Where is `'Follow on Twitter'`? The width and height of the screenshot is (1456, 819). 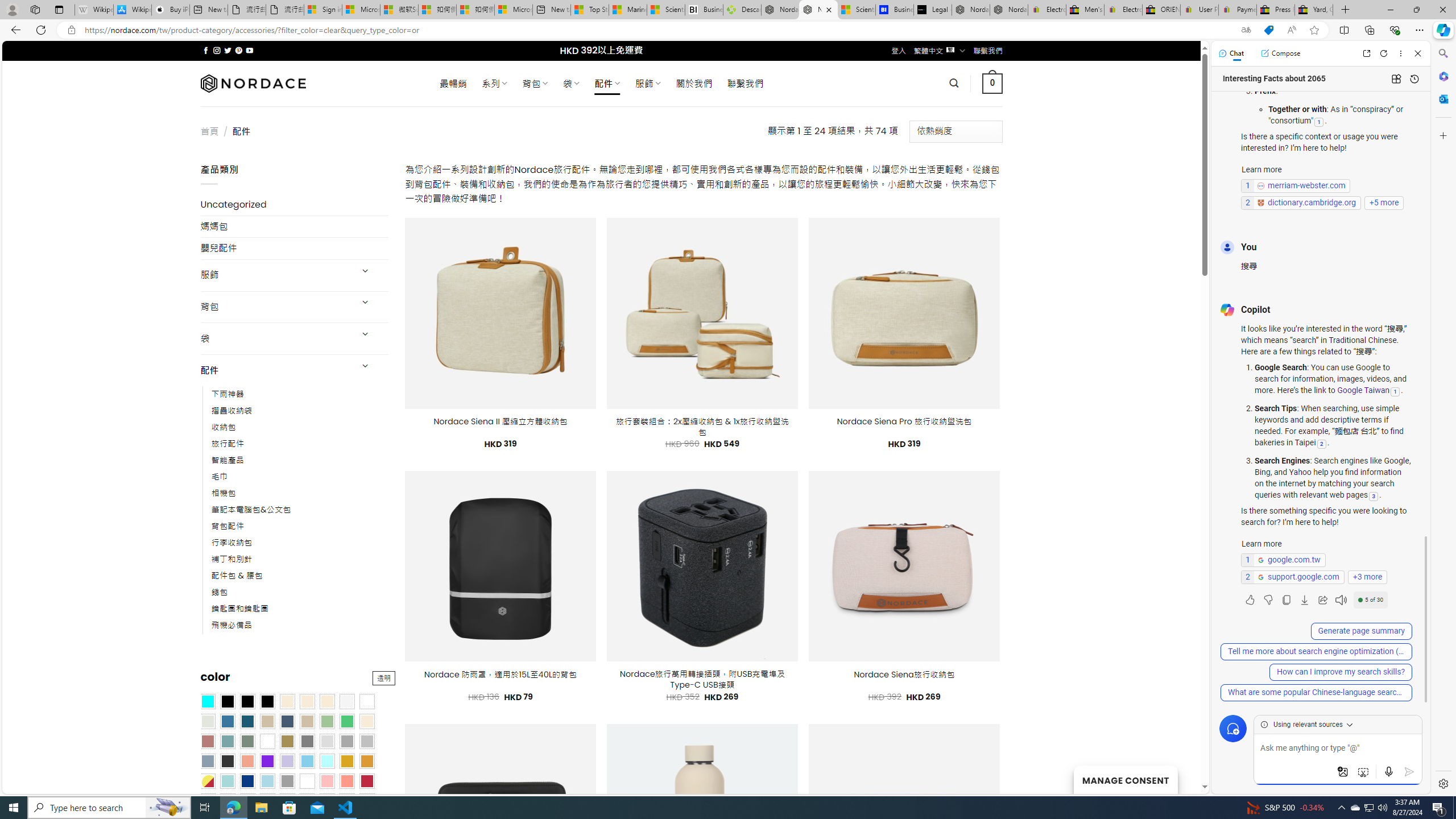 'Follow on Twitter' is located at coordinates (227, 50).